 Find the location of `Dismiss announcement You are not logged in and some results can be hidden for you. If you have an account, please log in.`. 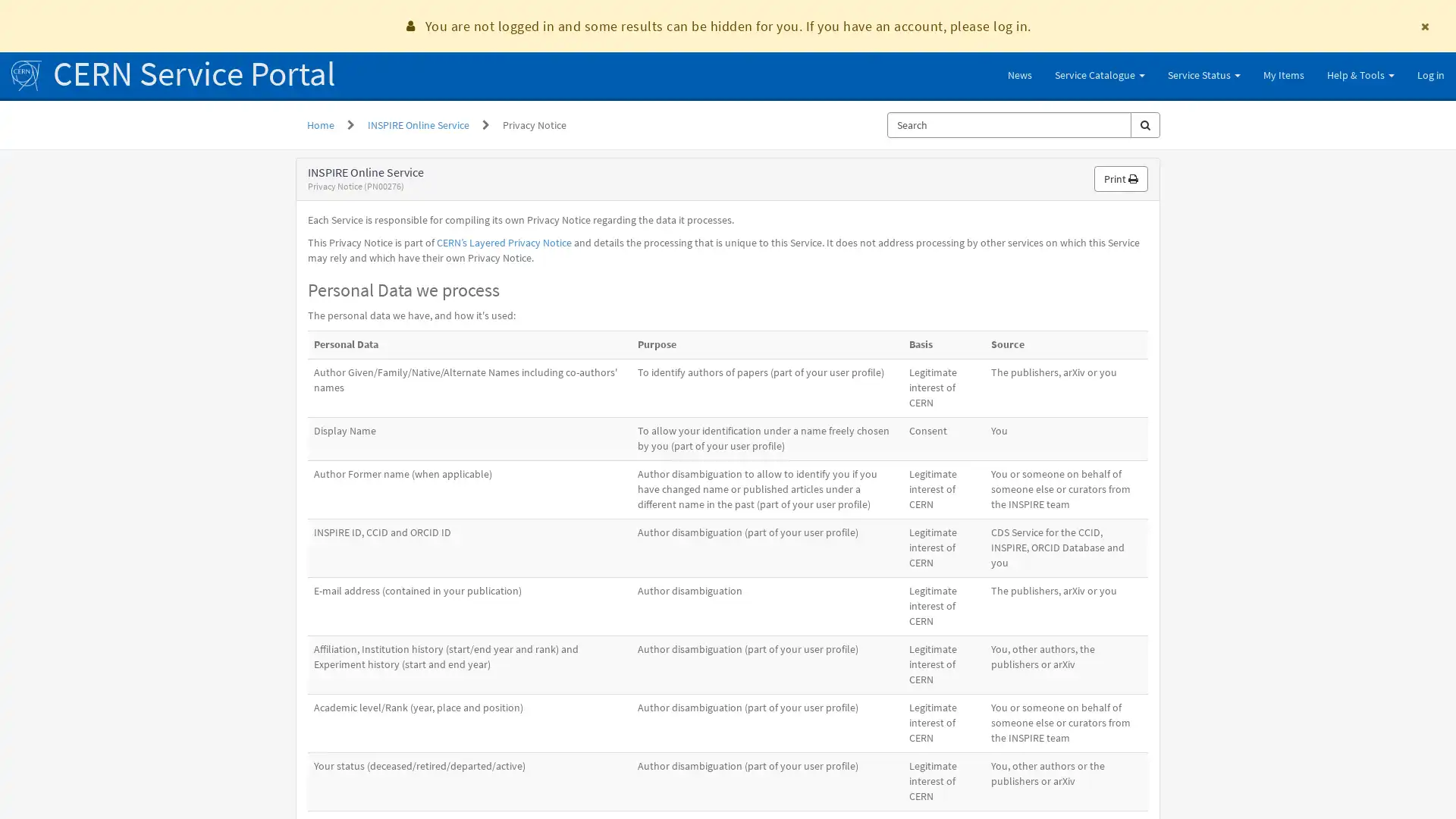

Dismiss announcement You are not logged in and some results can be hidden for you. If you have an account, please log in. is located at coordinates (1420, 23).